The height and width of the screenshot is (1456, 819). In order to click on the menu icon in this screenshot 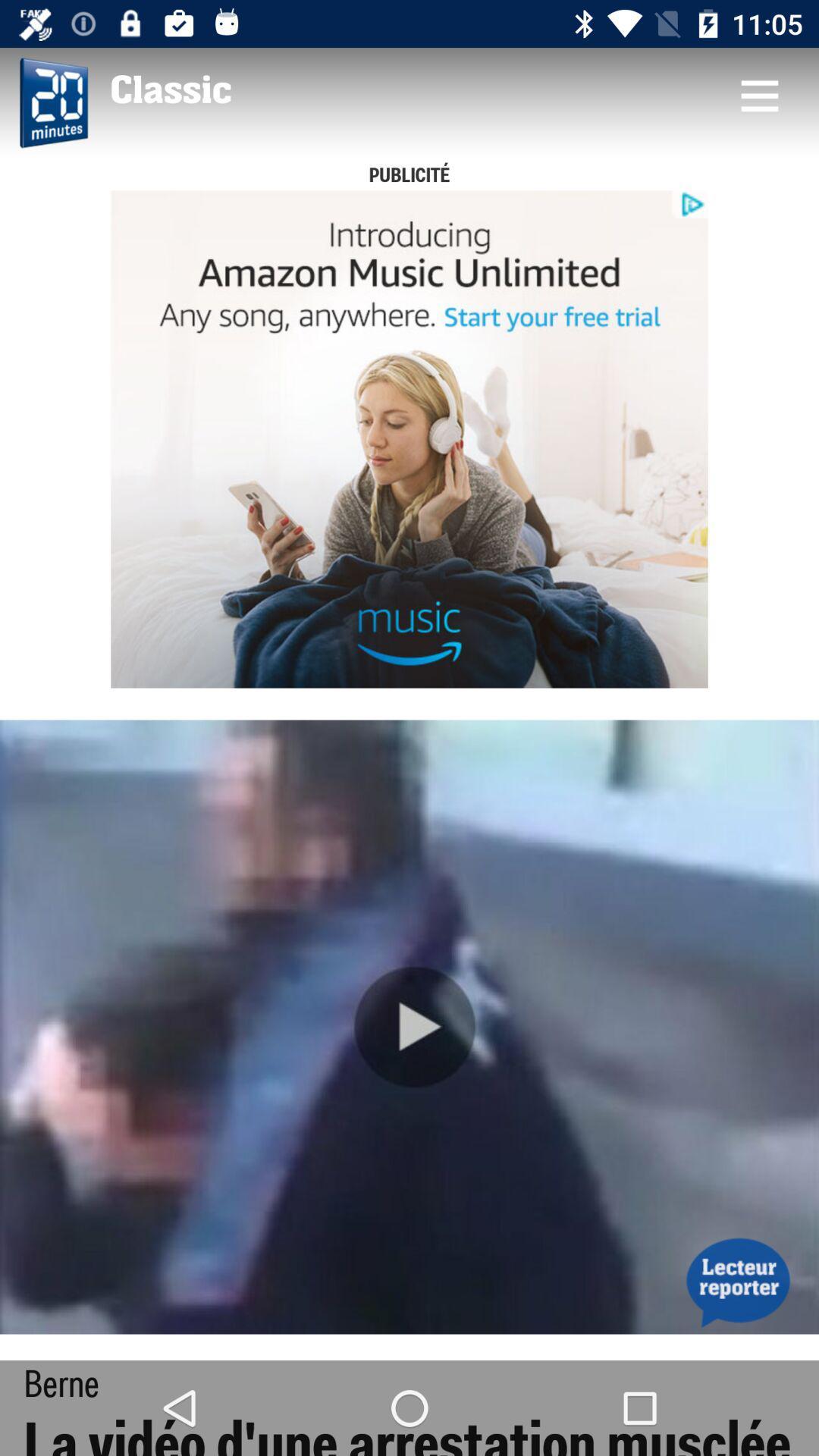, I will do `click(759, 94)`.